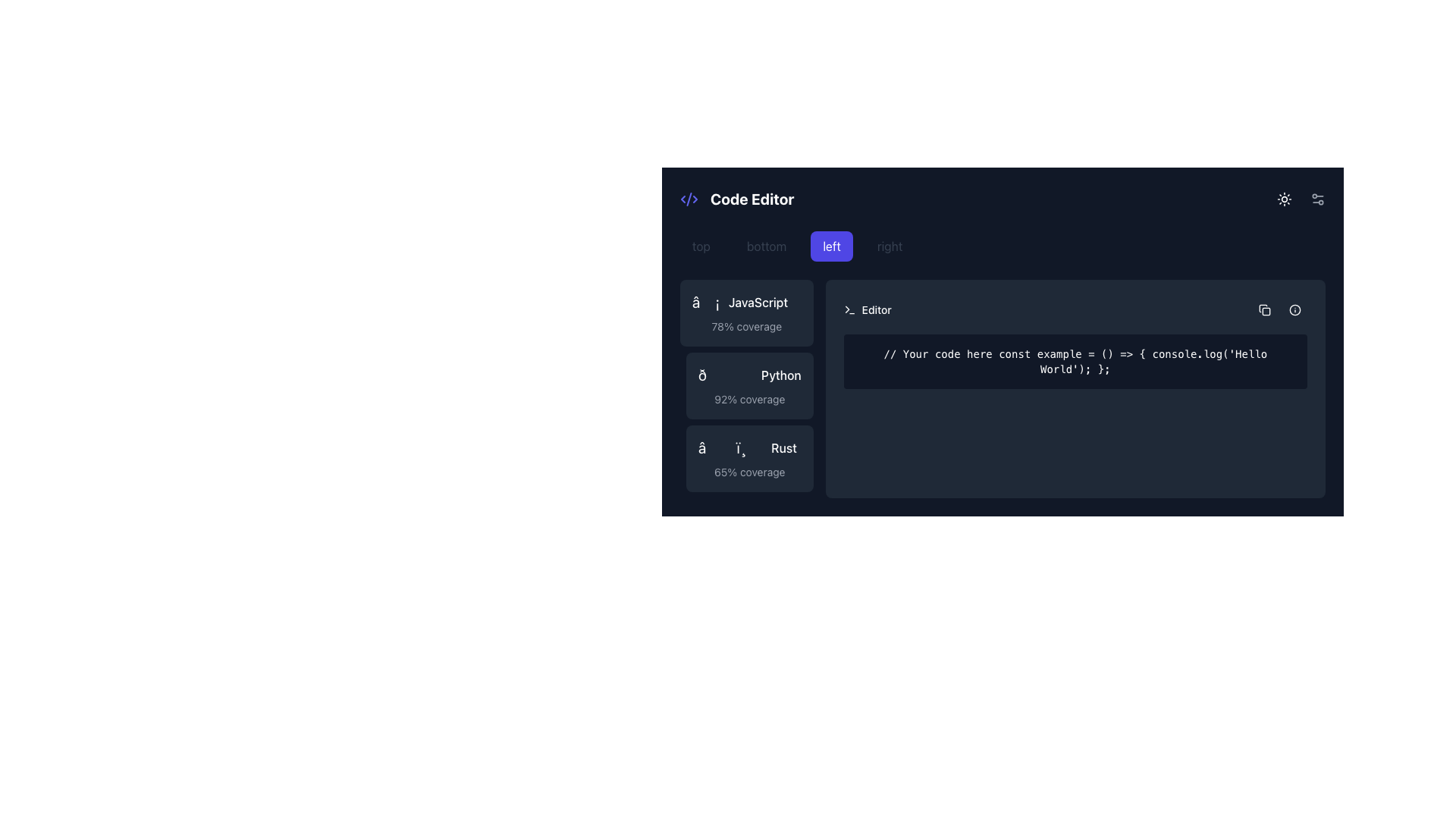 The height and width of the screenshot is (819, 1456). Describe the element at coordinates (749, 472) in the screenshot. I see `the summary information provided by the text label indicating the test coverage percentage` at that location.